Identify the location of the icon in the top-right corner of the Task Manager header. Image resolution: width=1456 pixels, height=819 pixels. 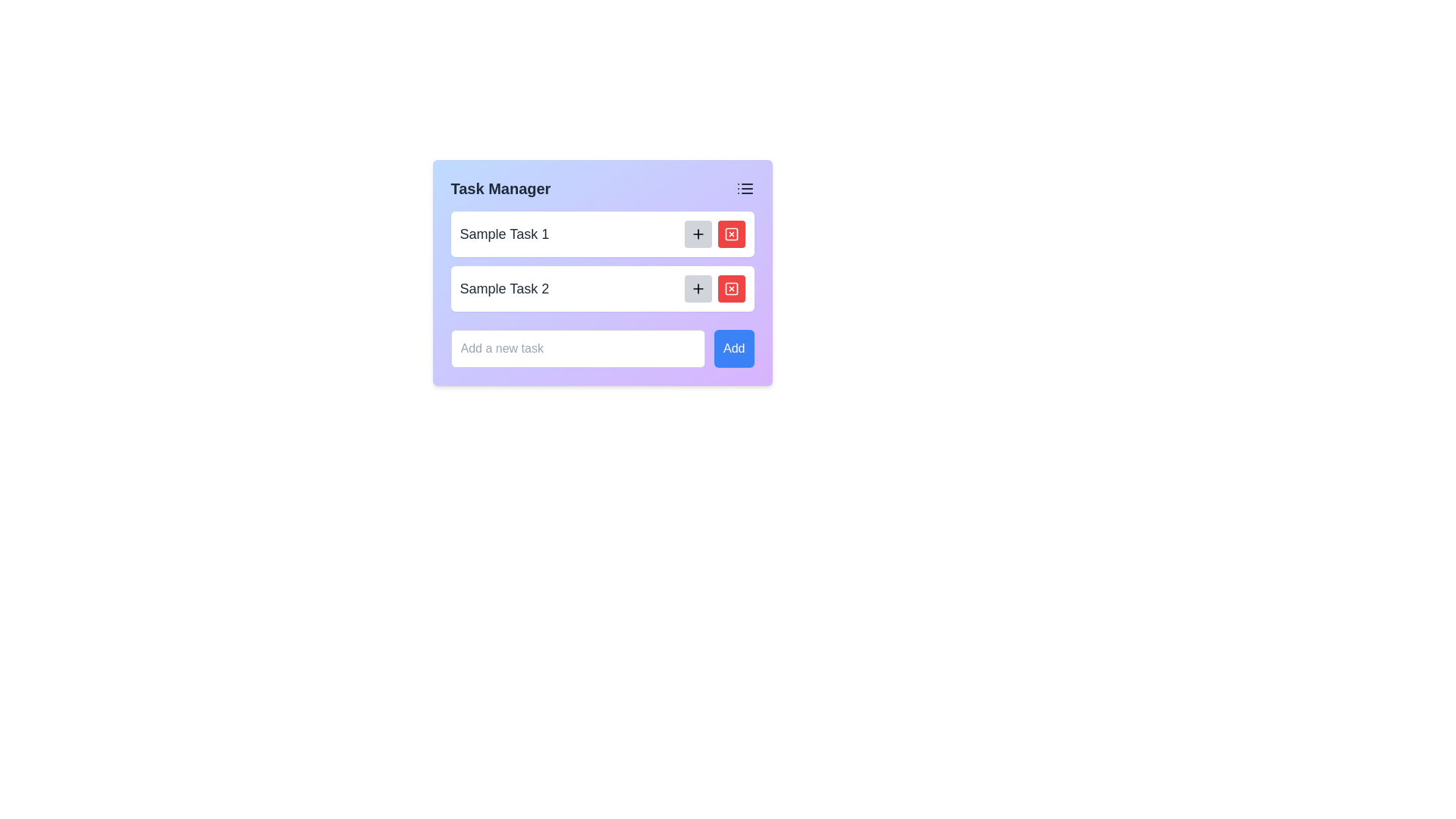
(745, 188).